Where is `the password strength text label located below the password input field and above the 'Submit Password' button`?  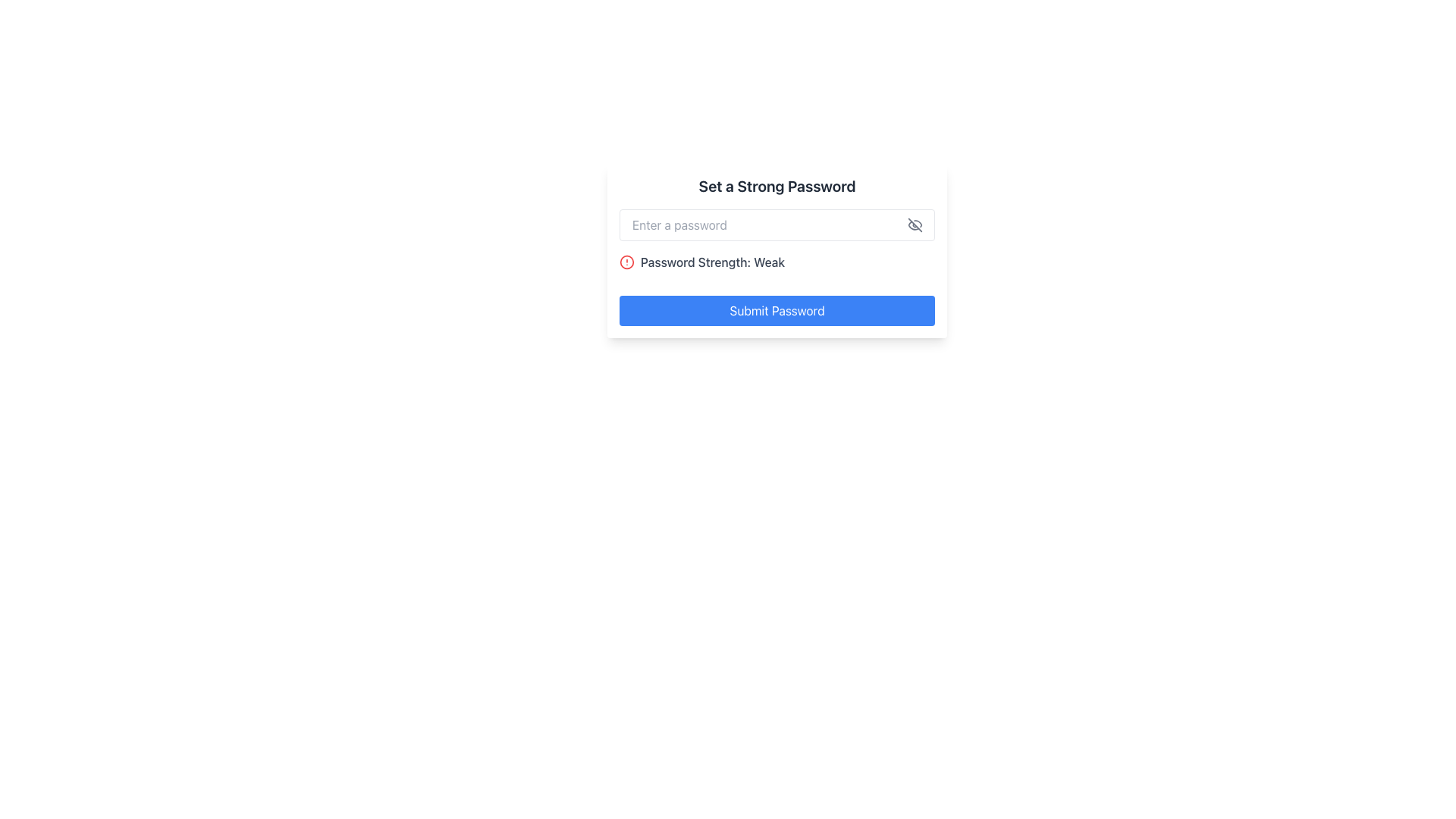 the password strength text label located below the password input field and above the 'Submit Password' button is located at coordinates (712, 262).